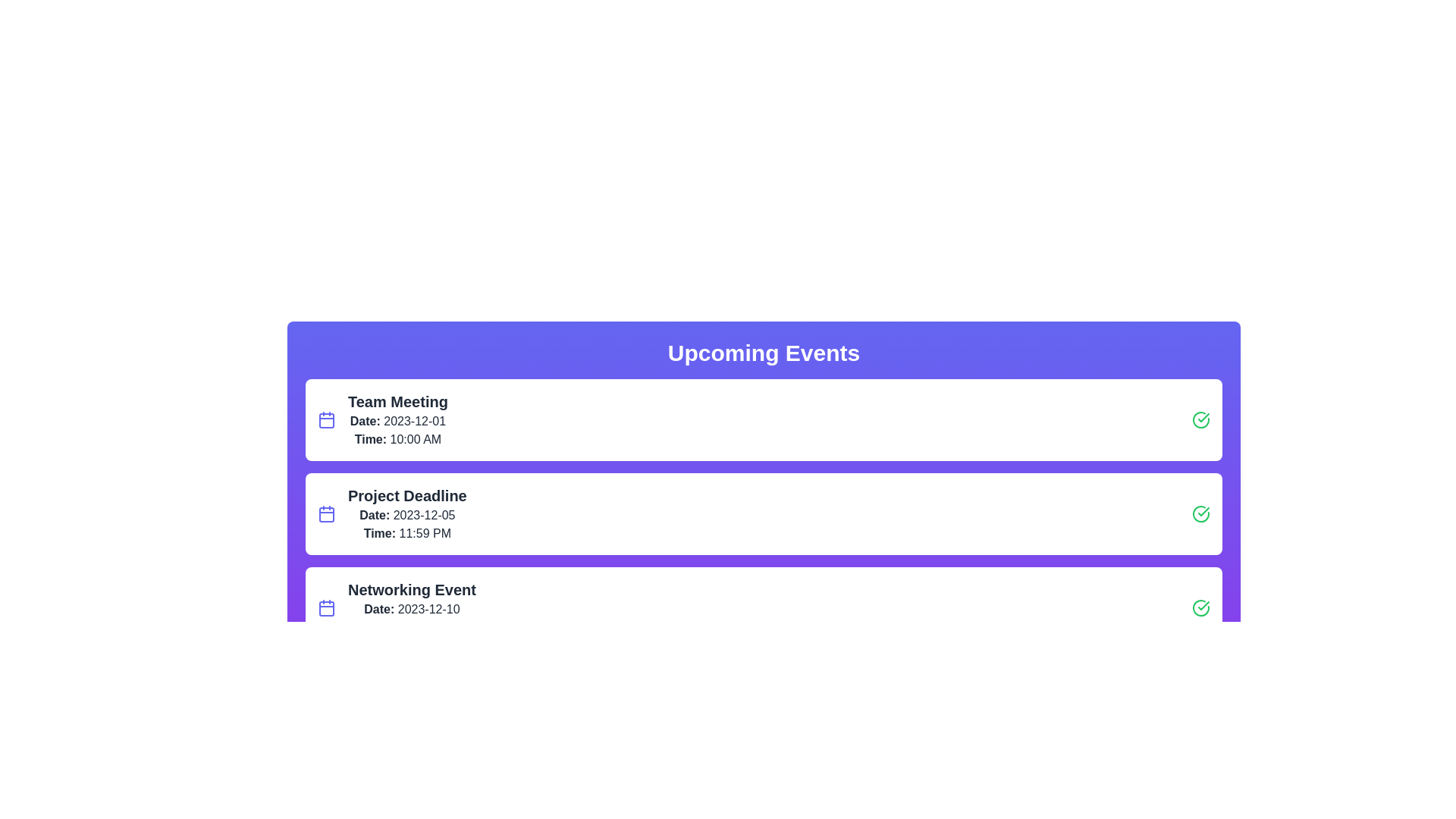 The height and width of the screenshot is (819, 1456). What do you see at coordinates (326, 607) in the screenshot?
I see `the calendar icon representing the start date of the 'Networking Event' in the third row` at bounding box center [326, 607].